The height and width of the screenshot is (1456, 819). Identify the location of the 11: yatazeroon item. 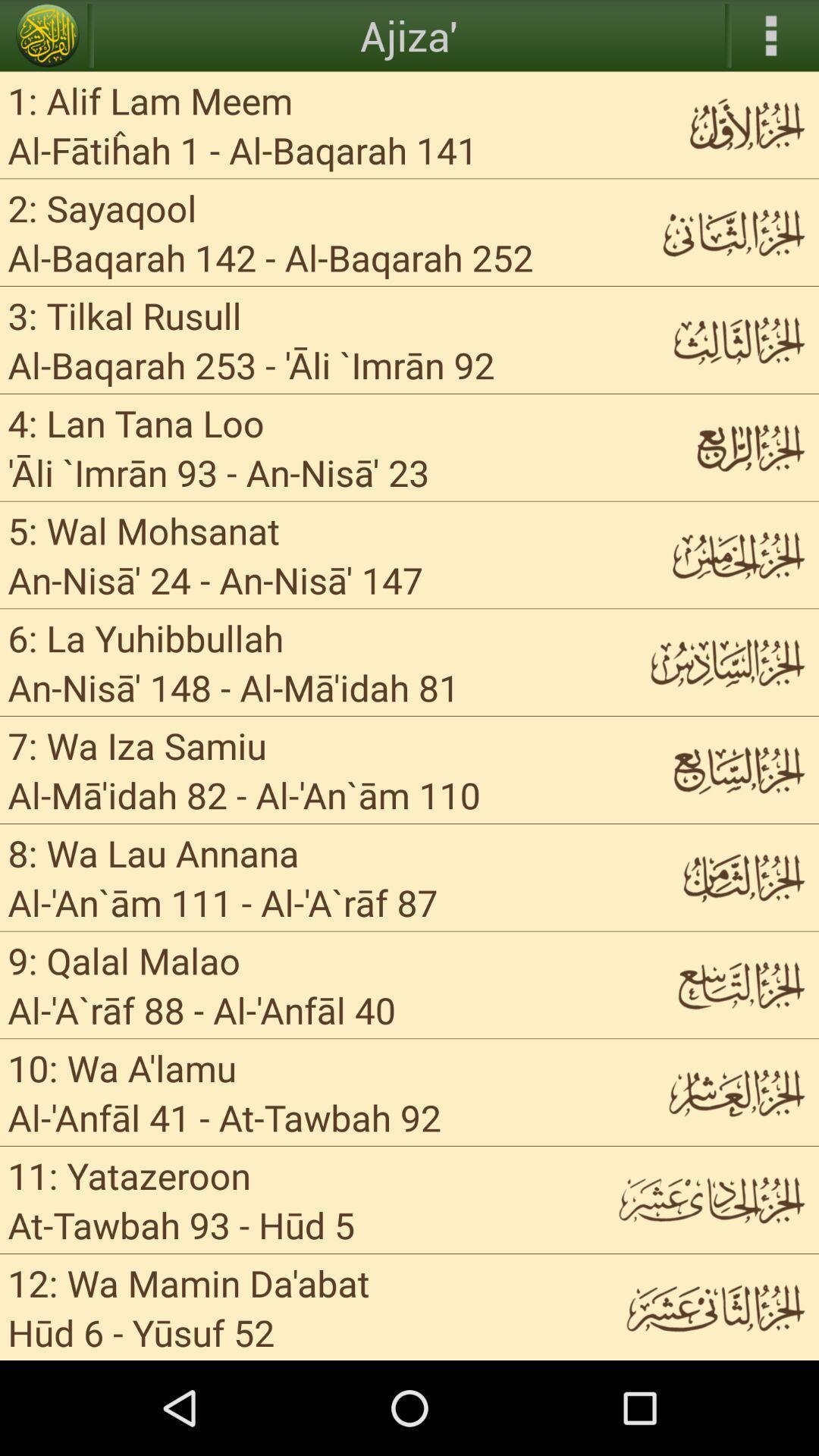
(128, 1174).